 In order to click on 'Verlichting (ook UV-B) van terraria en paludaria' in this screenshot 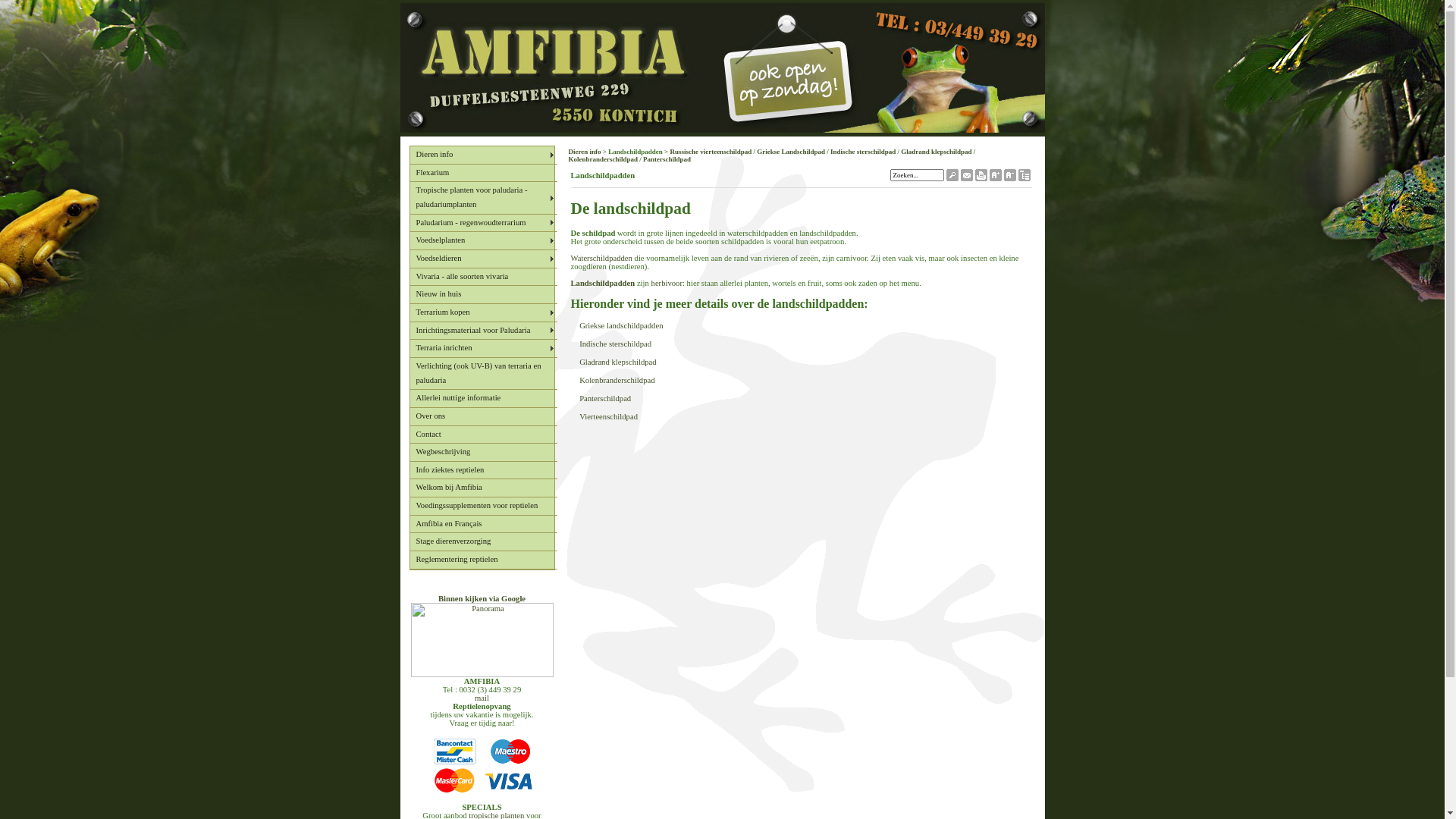, I will do `click(482, 374)`.